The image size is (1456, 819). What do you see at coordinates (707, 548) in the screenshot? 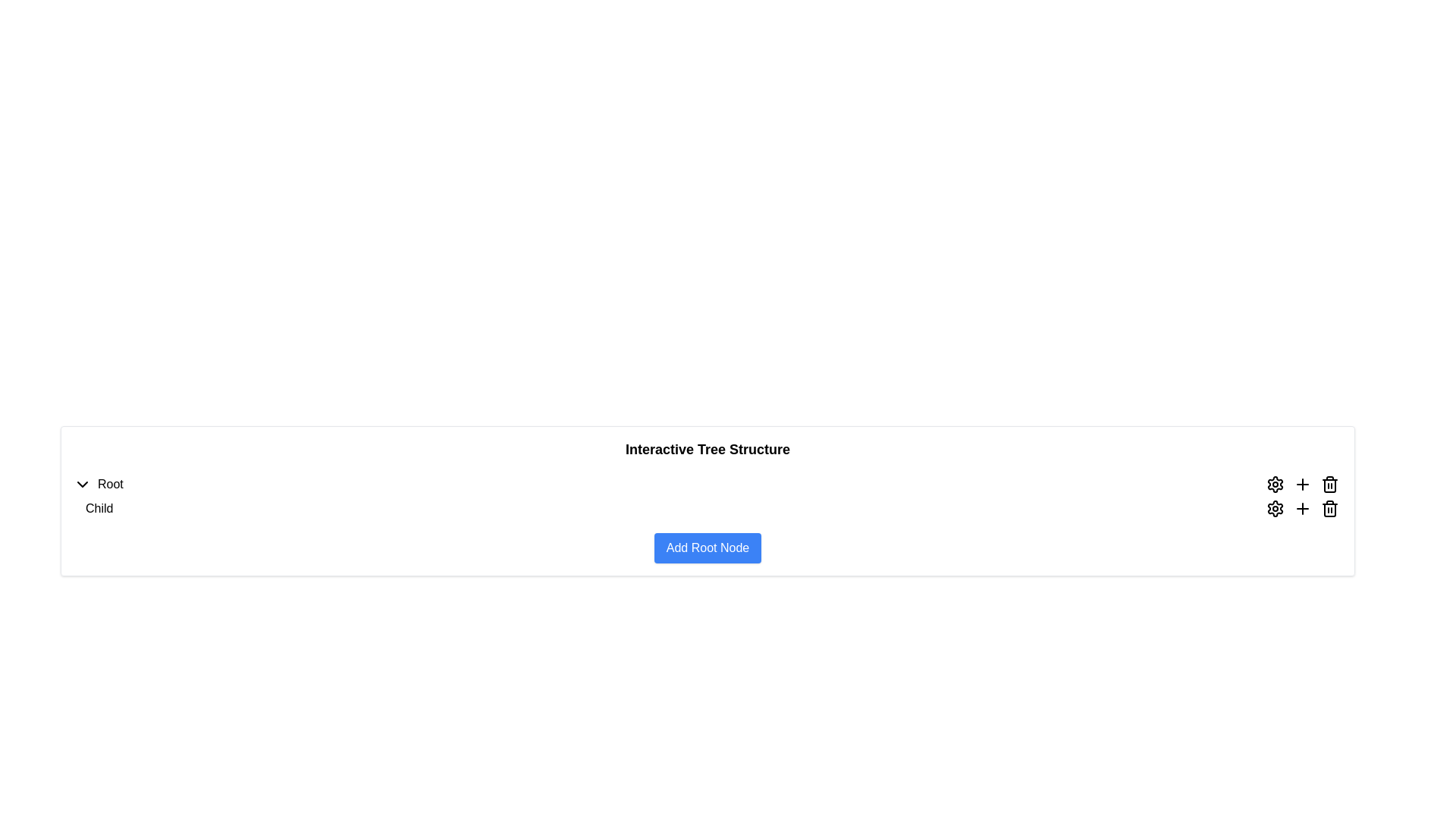
I see `the 'Add Root Node' button, which is a rectangular button with white text on a blue background, located centrally at the bottom of the 'Interactive Tree Structure' section` at bounding box center [707, 548].